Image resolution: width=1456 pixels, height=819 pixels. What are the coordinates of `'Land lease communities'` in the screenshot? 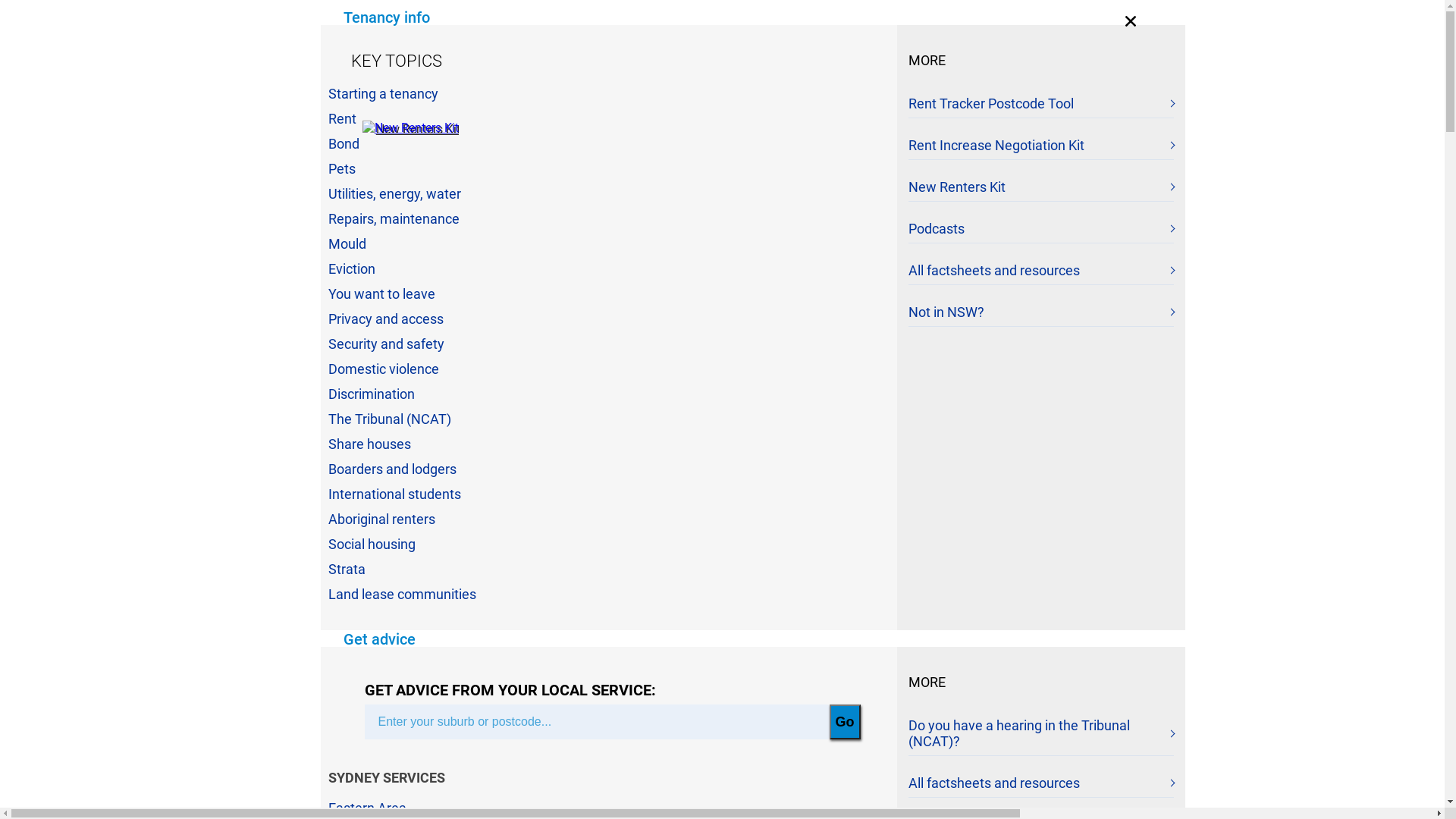 It's located at (401, 593).